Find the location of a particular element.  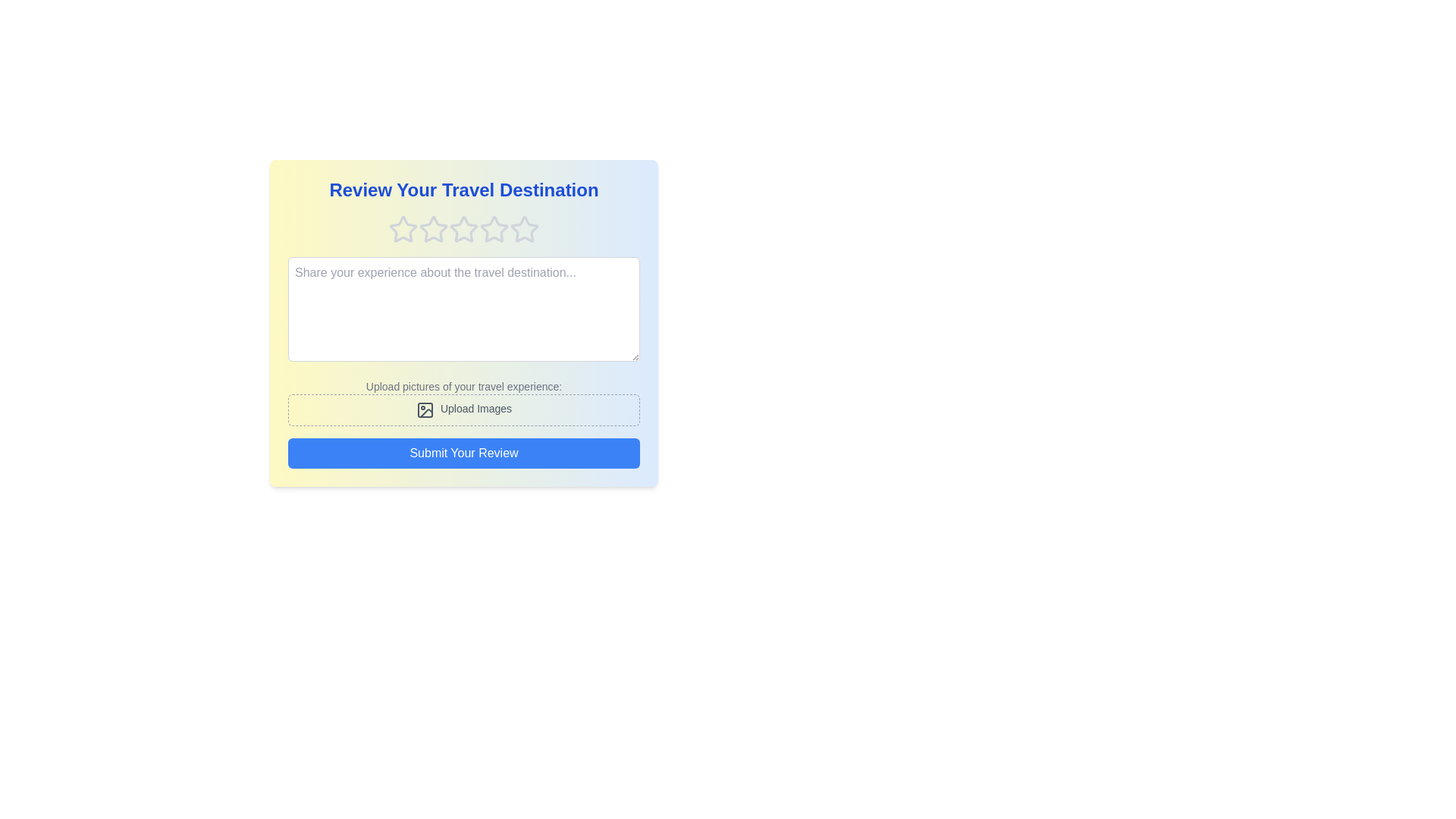

the star corresponding to the rating 1 is located at coordinates (403, 230).